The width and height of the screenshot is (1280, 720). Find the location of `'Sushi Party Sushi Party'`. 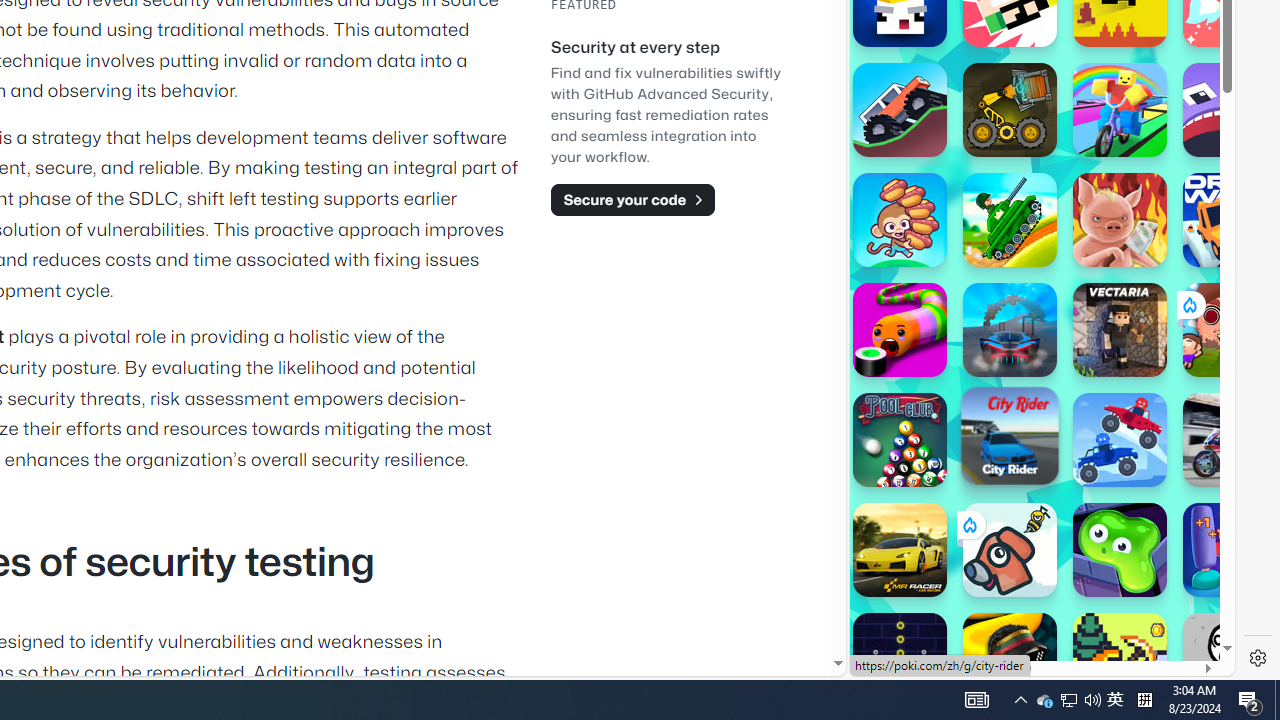

'Sushi Party Sushi Party' is located at coordinates (898, 329).